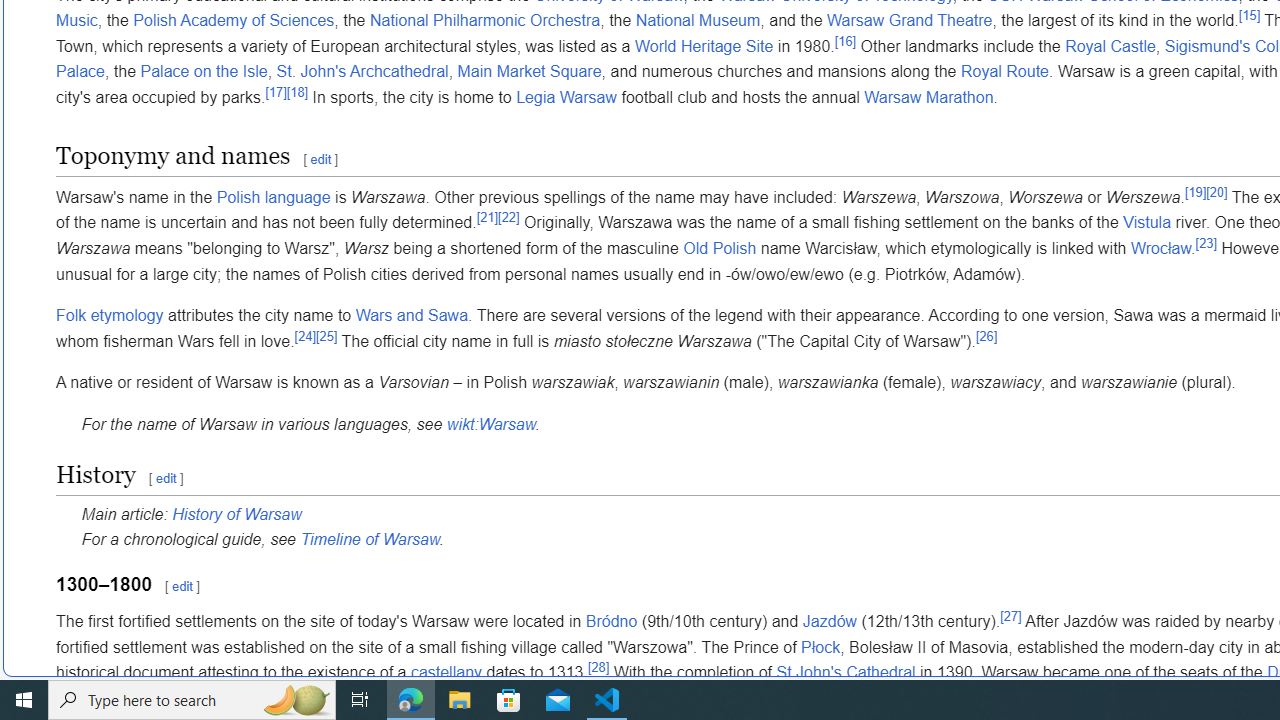  What do you see at coordinates (1195, 192) in the screenshot?
I see `'[19]'` at bounding box center [1195, 192].